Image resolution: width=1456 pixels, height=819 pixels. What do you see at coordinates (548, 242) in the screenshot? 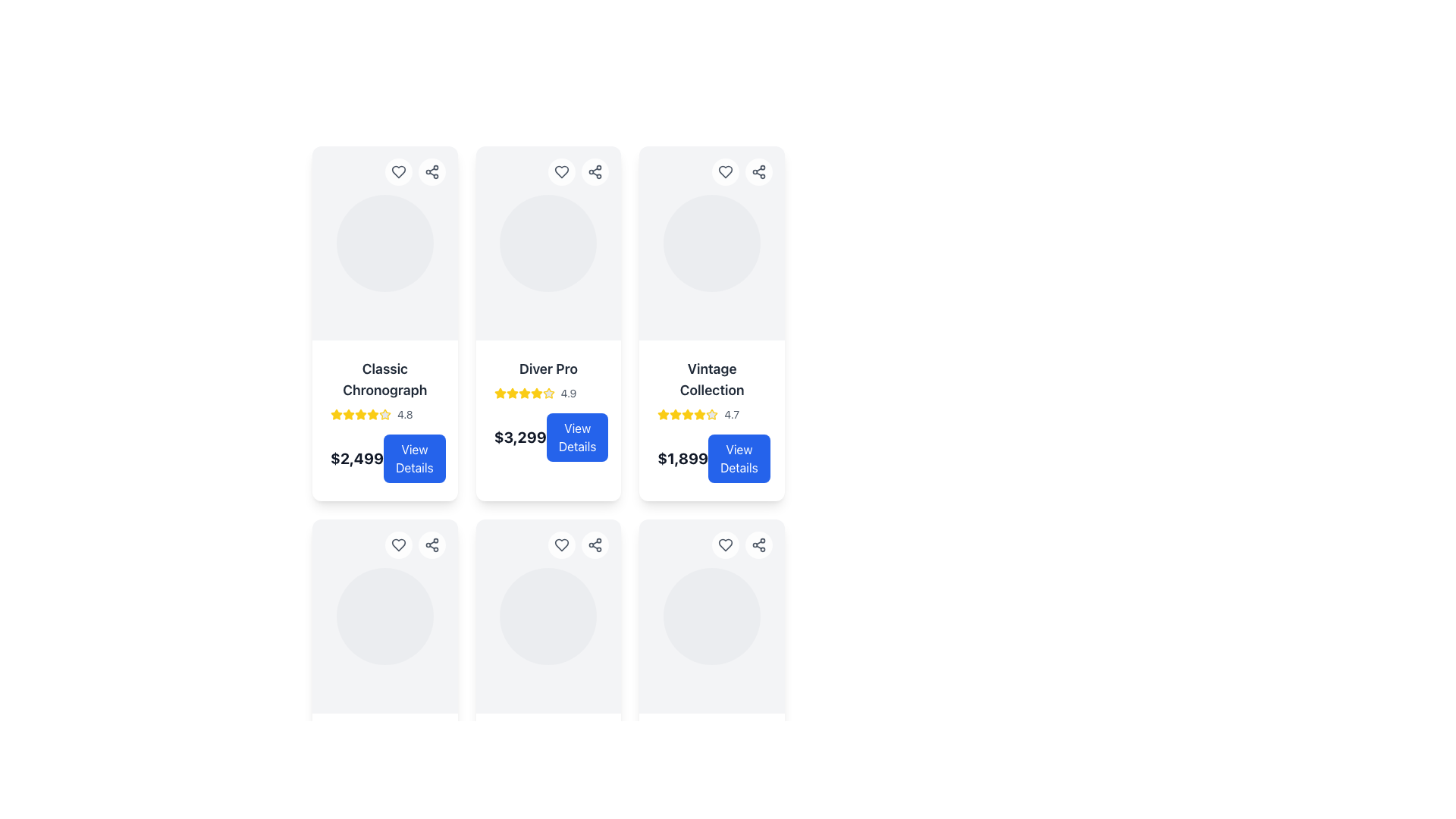
I see `the visual placeholder within the 'Diver Pro' card, located at the center of the upper segment` at bounding box center [548, 242].